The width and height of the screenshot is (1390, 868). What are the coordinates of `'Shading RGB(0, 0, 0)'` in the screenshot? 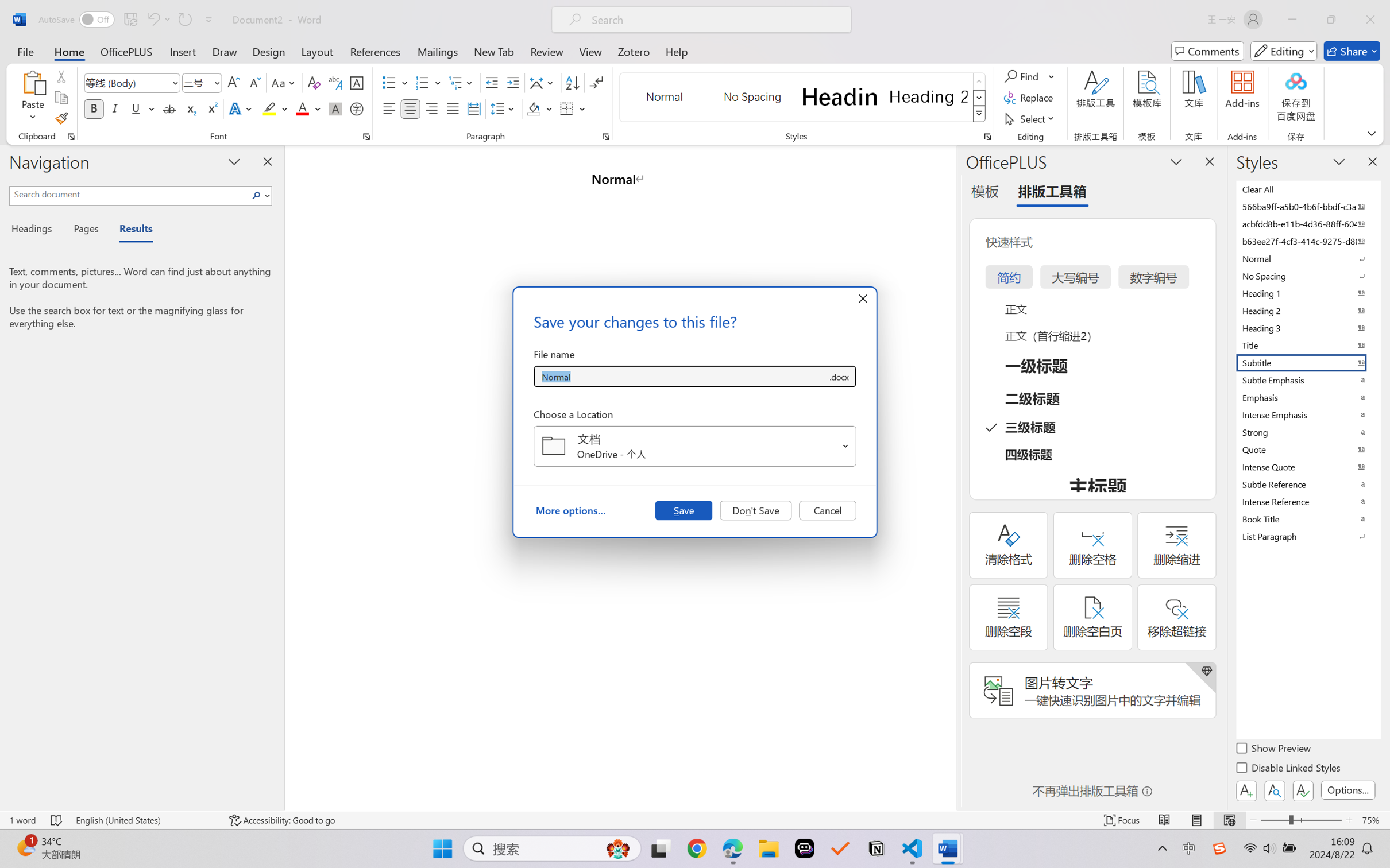 It's located at (533, 108).